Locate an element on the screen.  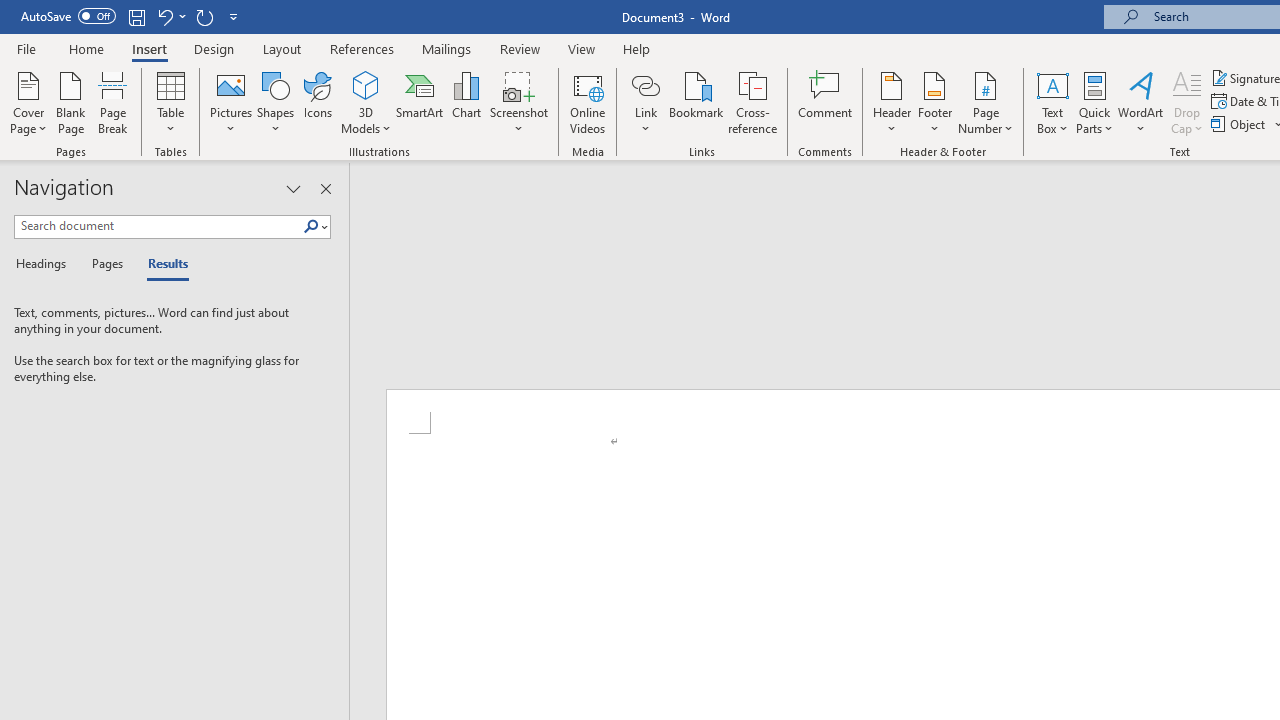
'Repeat Doc Close' is located at coordinates (204, 16).